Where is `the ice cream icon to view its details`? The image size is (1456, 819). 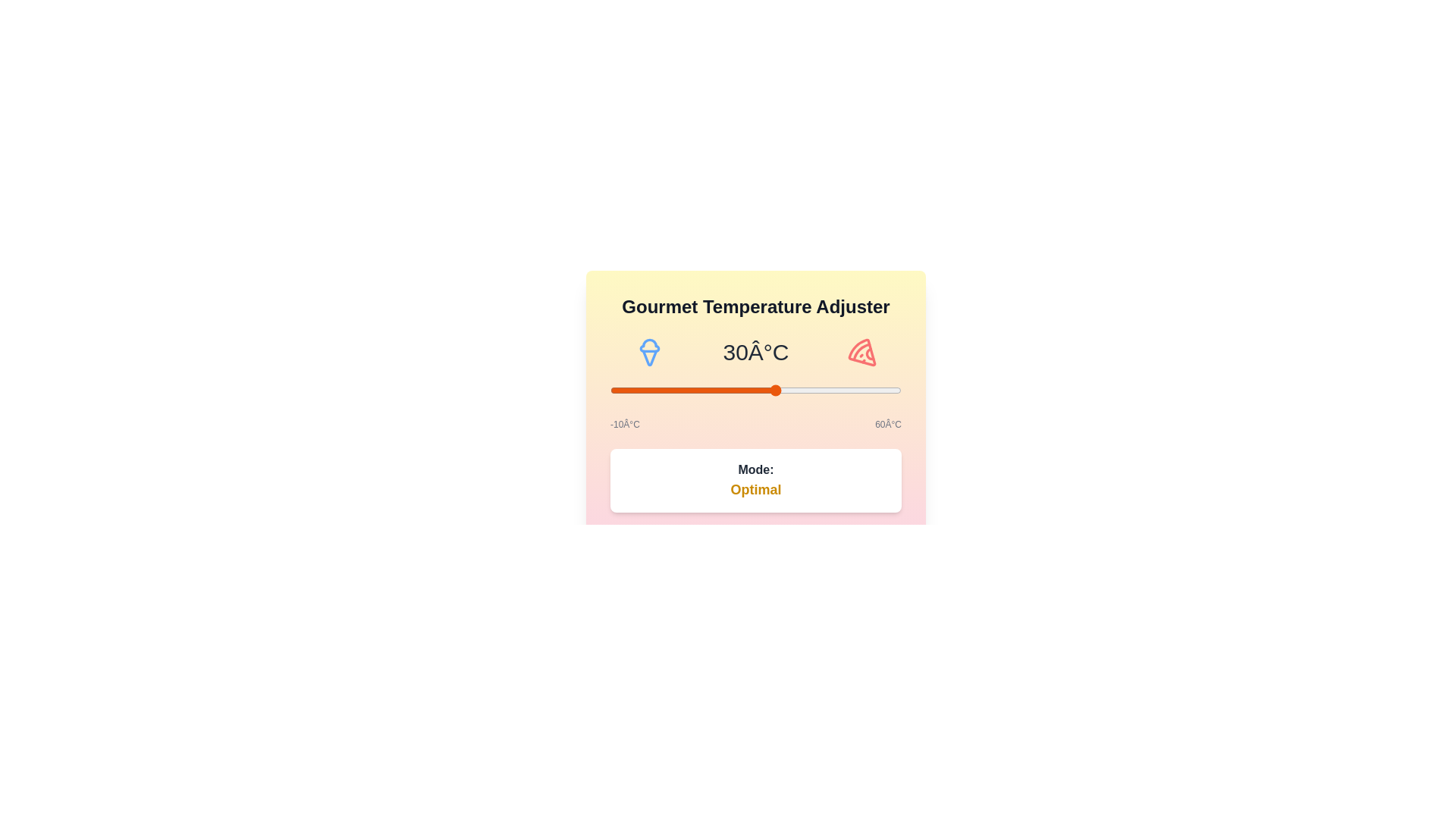
the ice cream icon to view its details is located at coordinates (650, 353).